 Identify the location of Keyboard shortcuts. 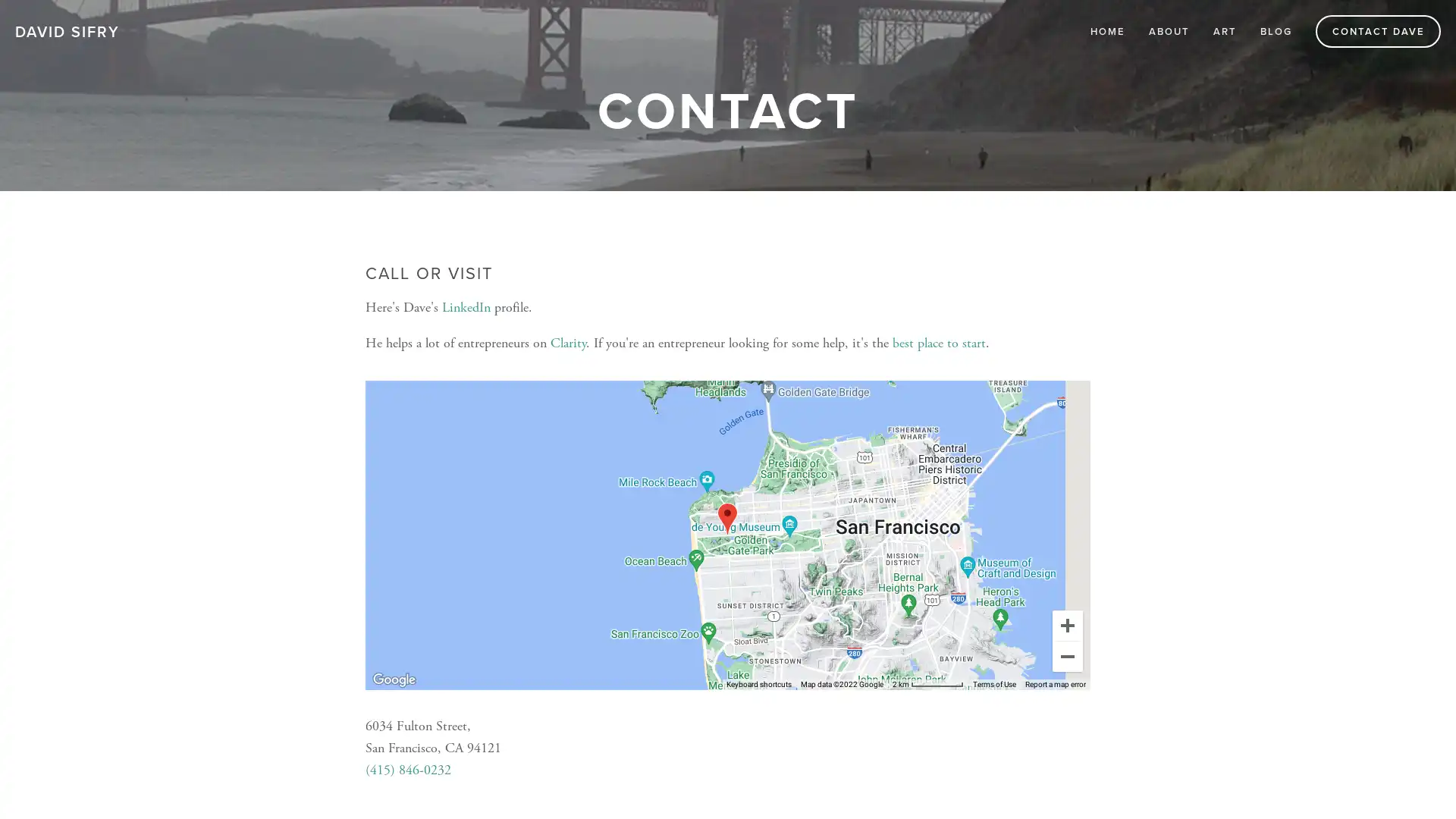
(759, 684).